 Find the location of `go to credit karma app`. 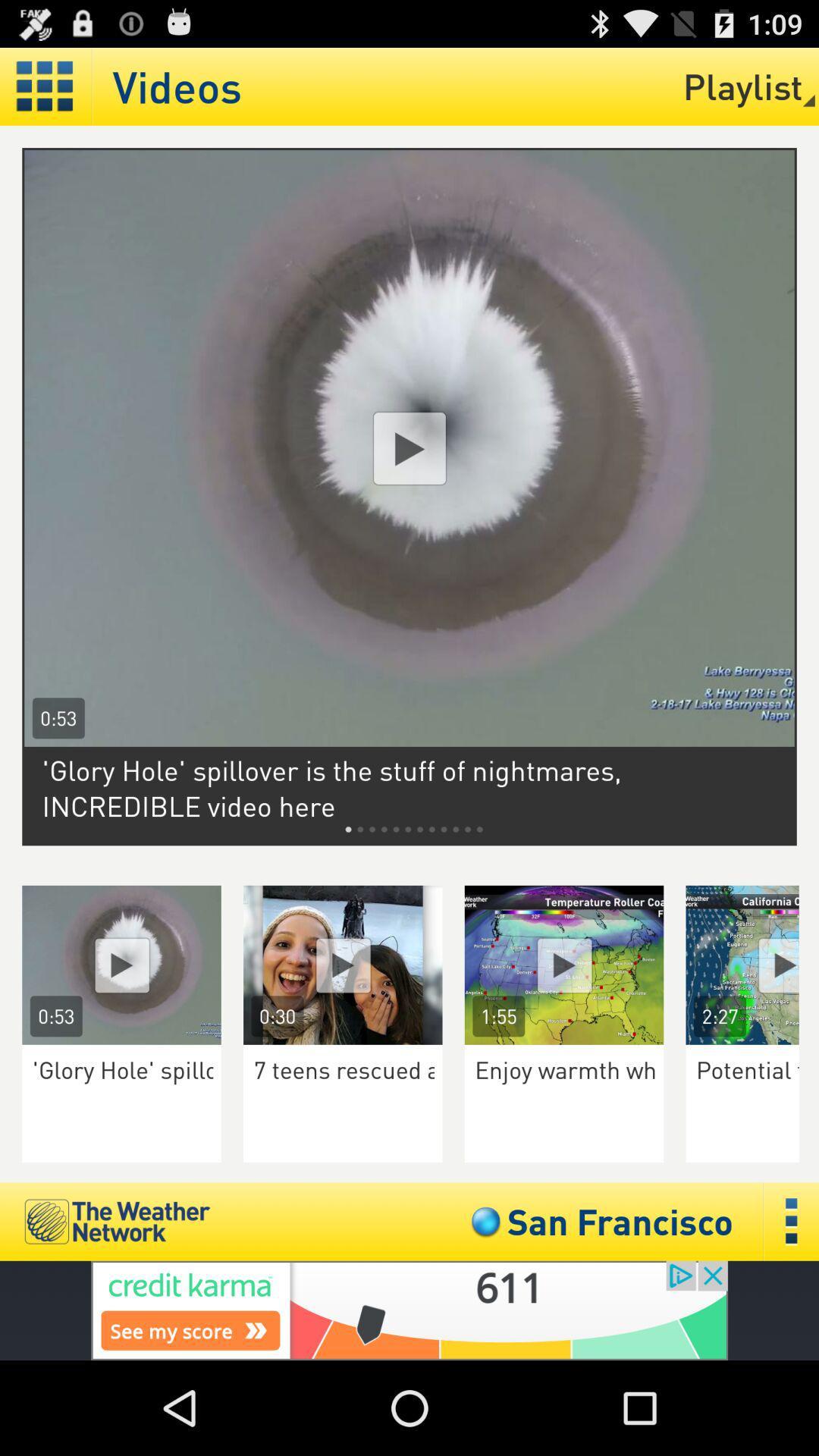

go to credit karma app is located at coordinates (409, 1310).